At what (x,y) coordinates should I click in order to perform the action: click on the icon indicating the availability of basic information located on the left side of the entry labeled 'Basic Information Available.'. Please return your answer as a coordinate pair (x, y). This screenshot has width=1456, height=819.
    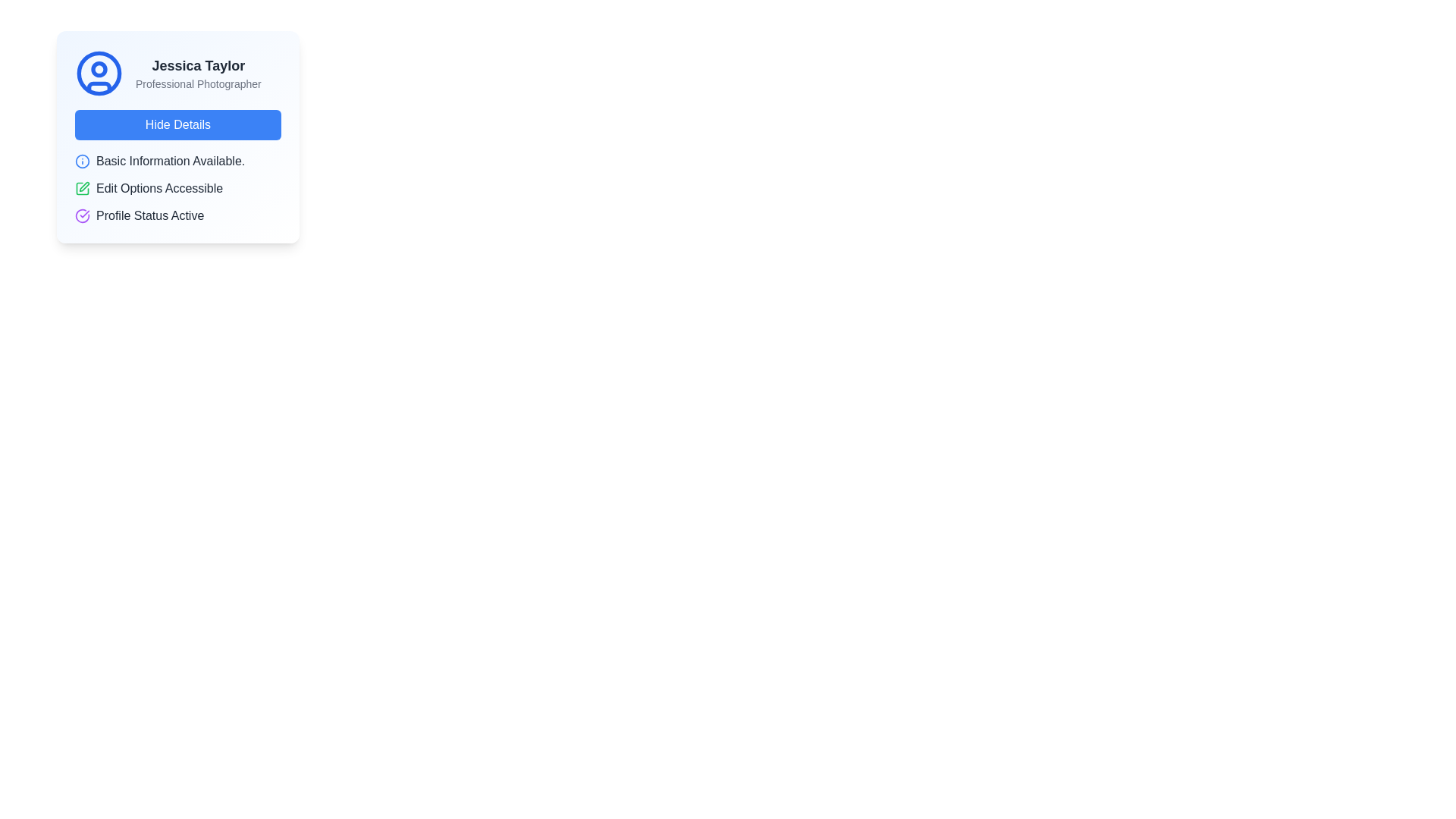
    Looking at the image, I should click on (82, 161).